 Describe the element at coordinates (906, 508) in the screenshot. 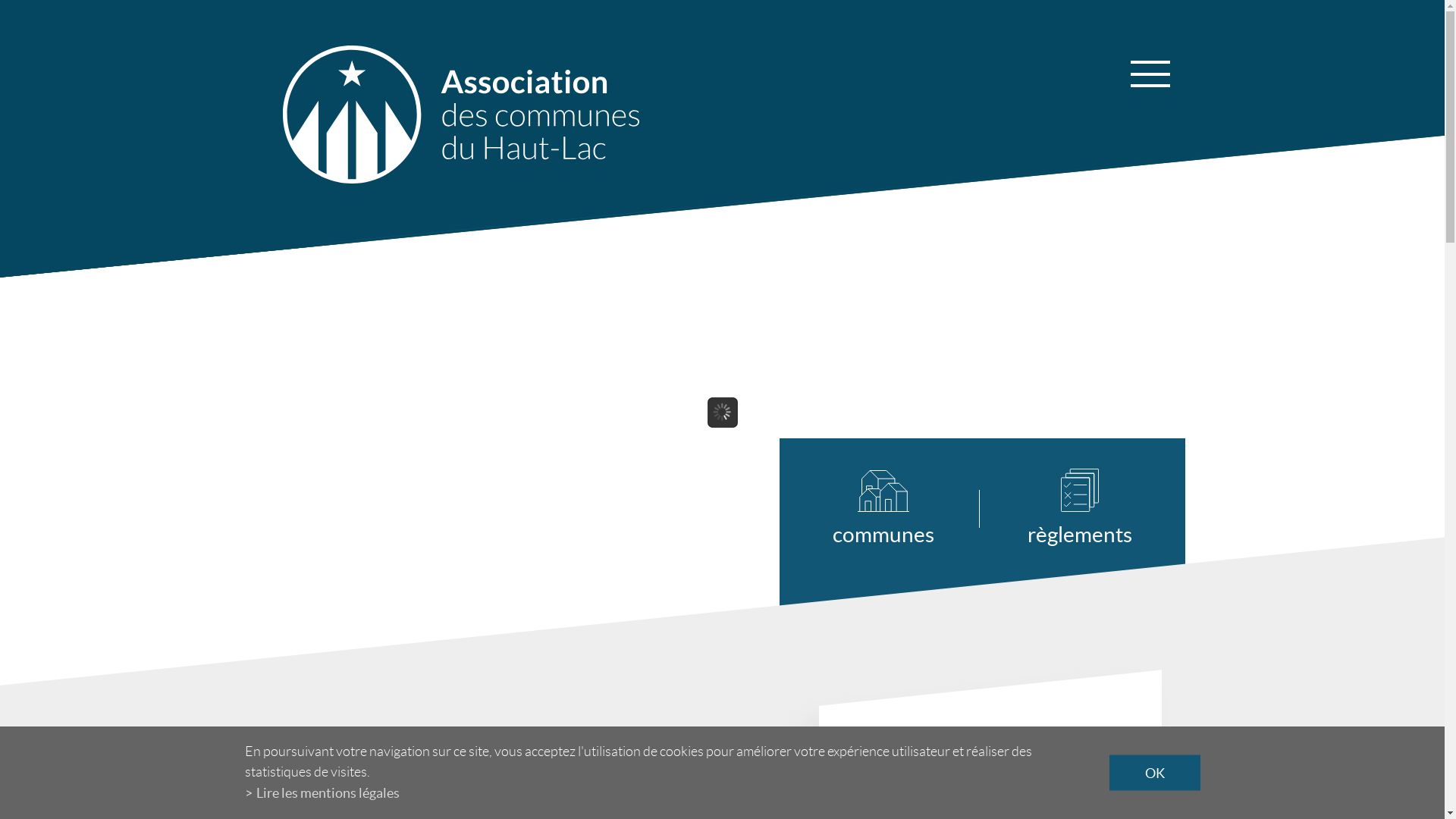

I see `'communes'` at that location.